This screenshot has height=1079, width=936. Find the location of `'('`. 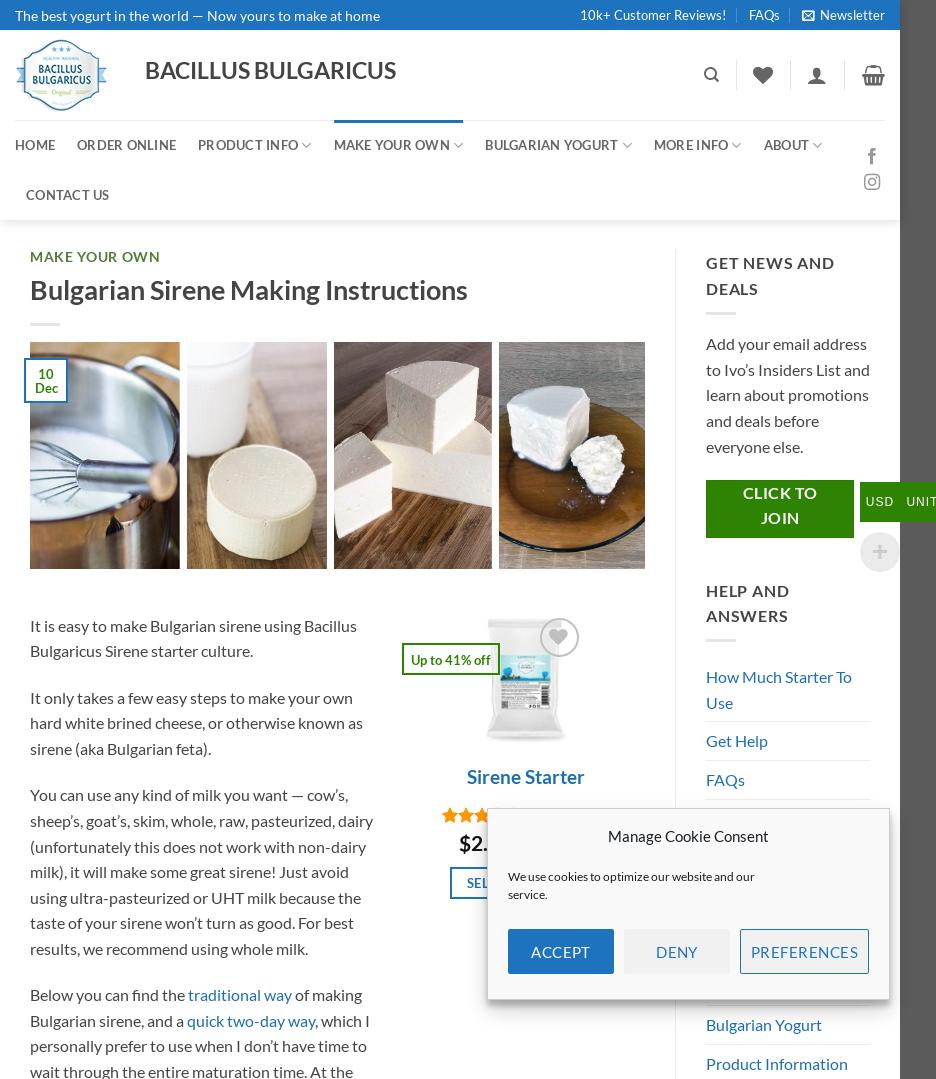

'(' is located at coordinates (526, 813).